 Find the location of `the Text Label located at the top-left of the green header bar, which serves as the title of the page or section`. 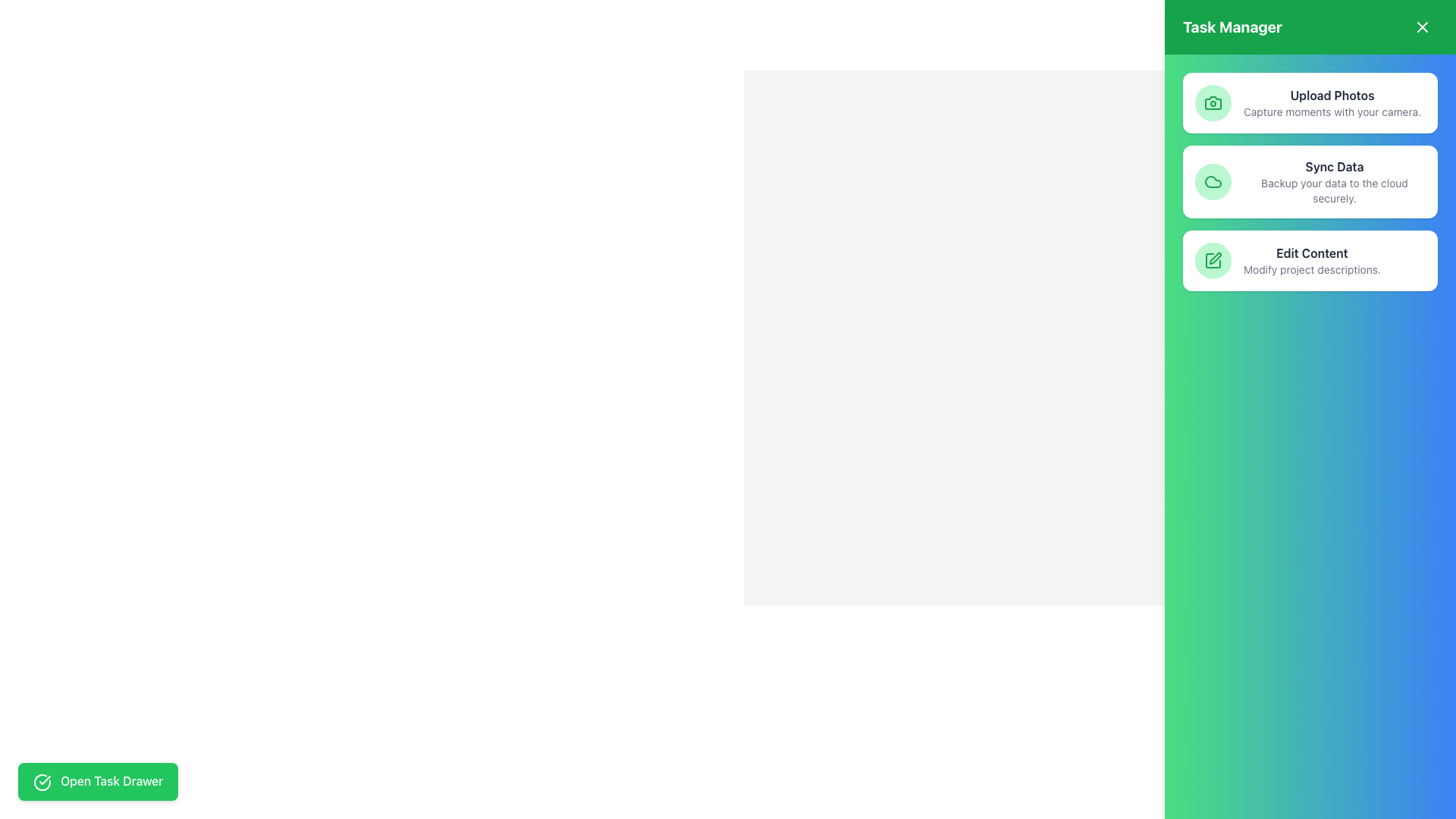

the Text Label located at the top-left of the green header bar, which serves as the title of the page or section is located at coordinates (1232, 27).